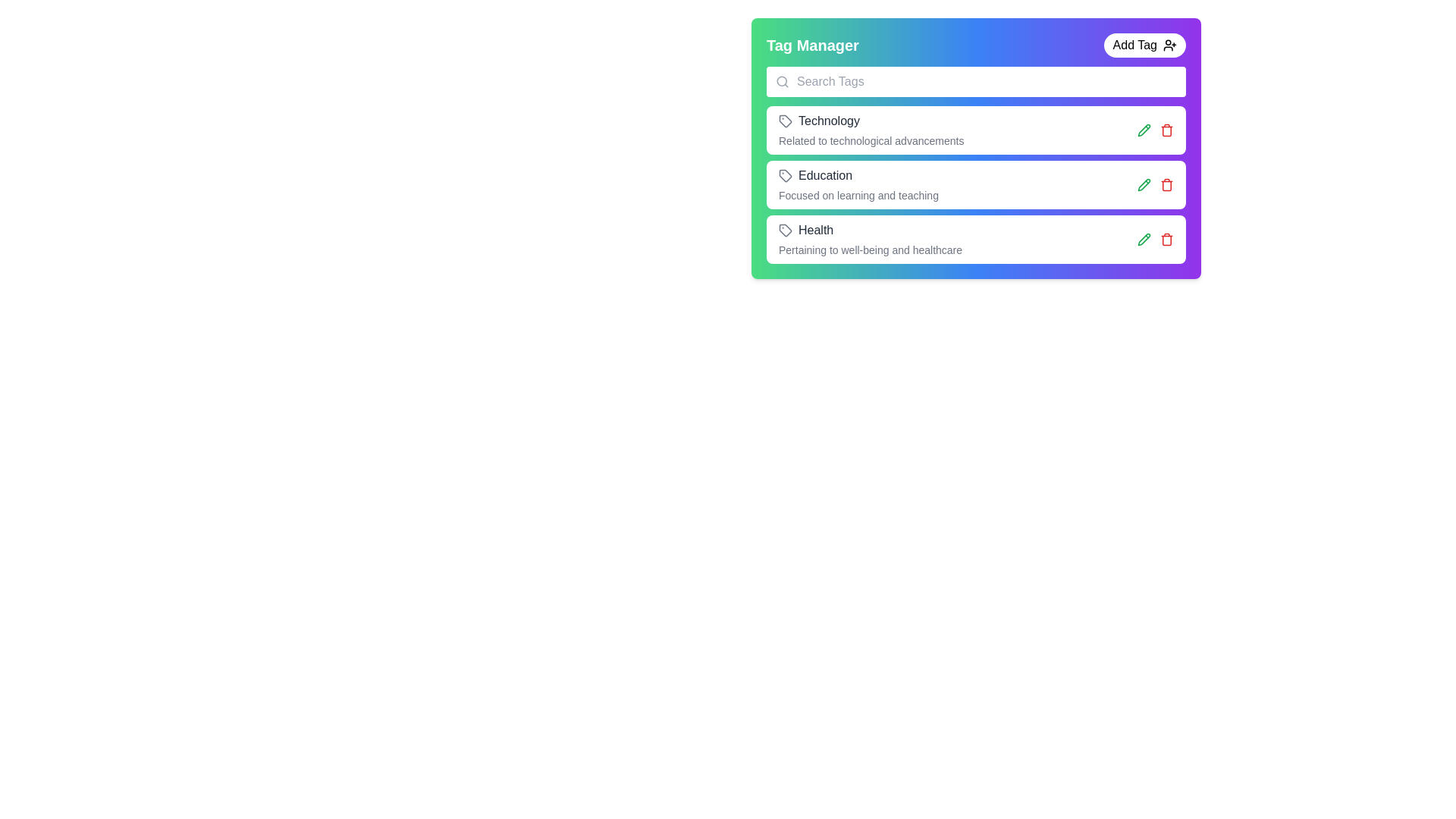 The height and width of the screenshot is (819, 1456). I want to click on the label that describes the 'Technology' tag, which is the first tag listed under the 'Tag Manager' heading, so click(828, 120).